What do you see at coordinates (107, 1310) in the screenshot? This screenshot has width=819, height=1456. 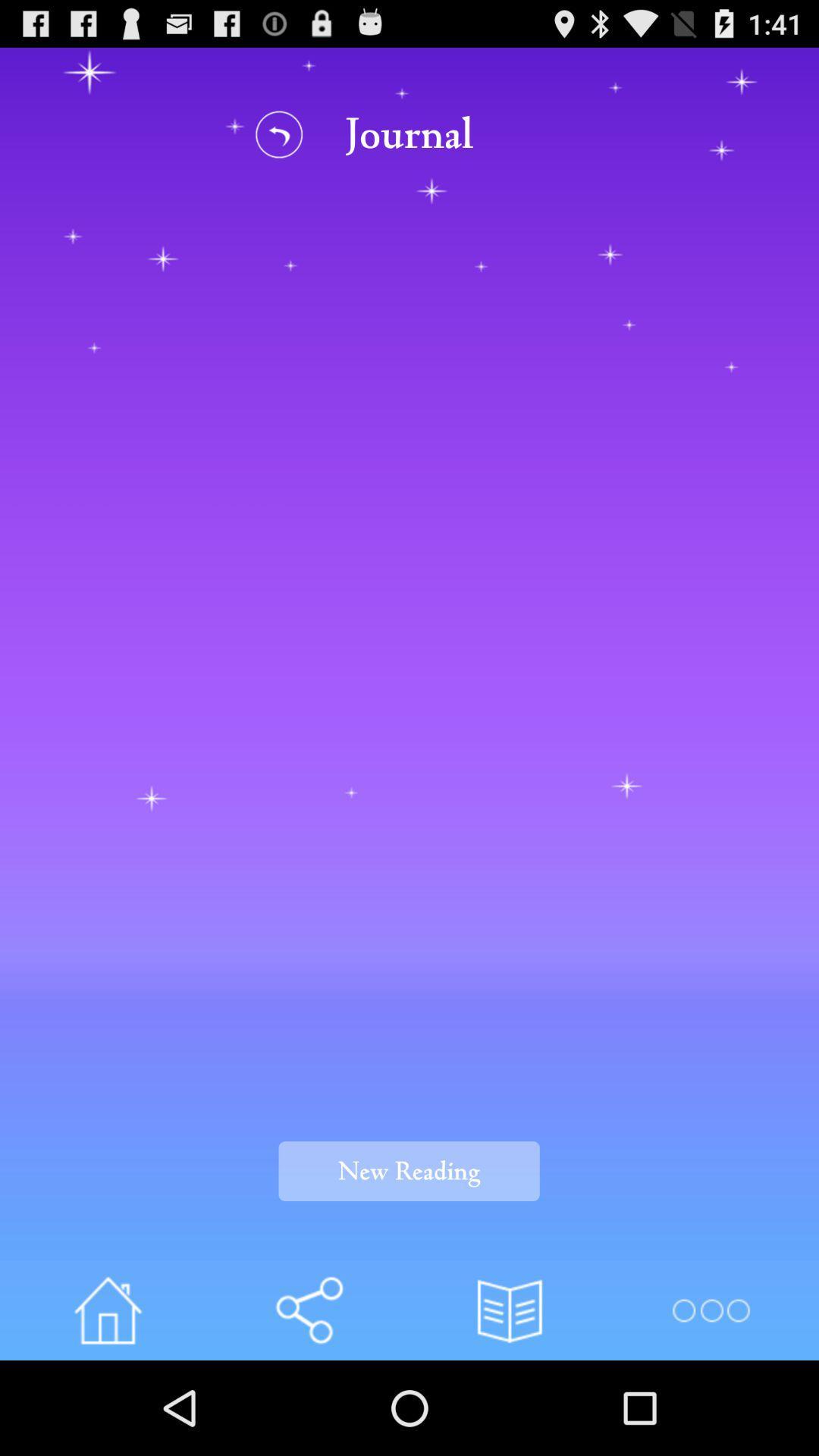 I see `home button` at bounding box center [107, 1310].